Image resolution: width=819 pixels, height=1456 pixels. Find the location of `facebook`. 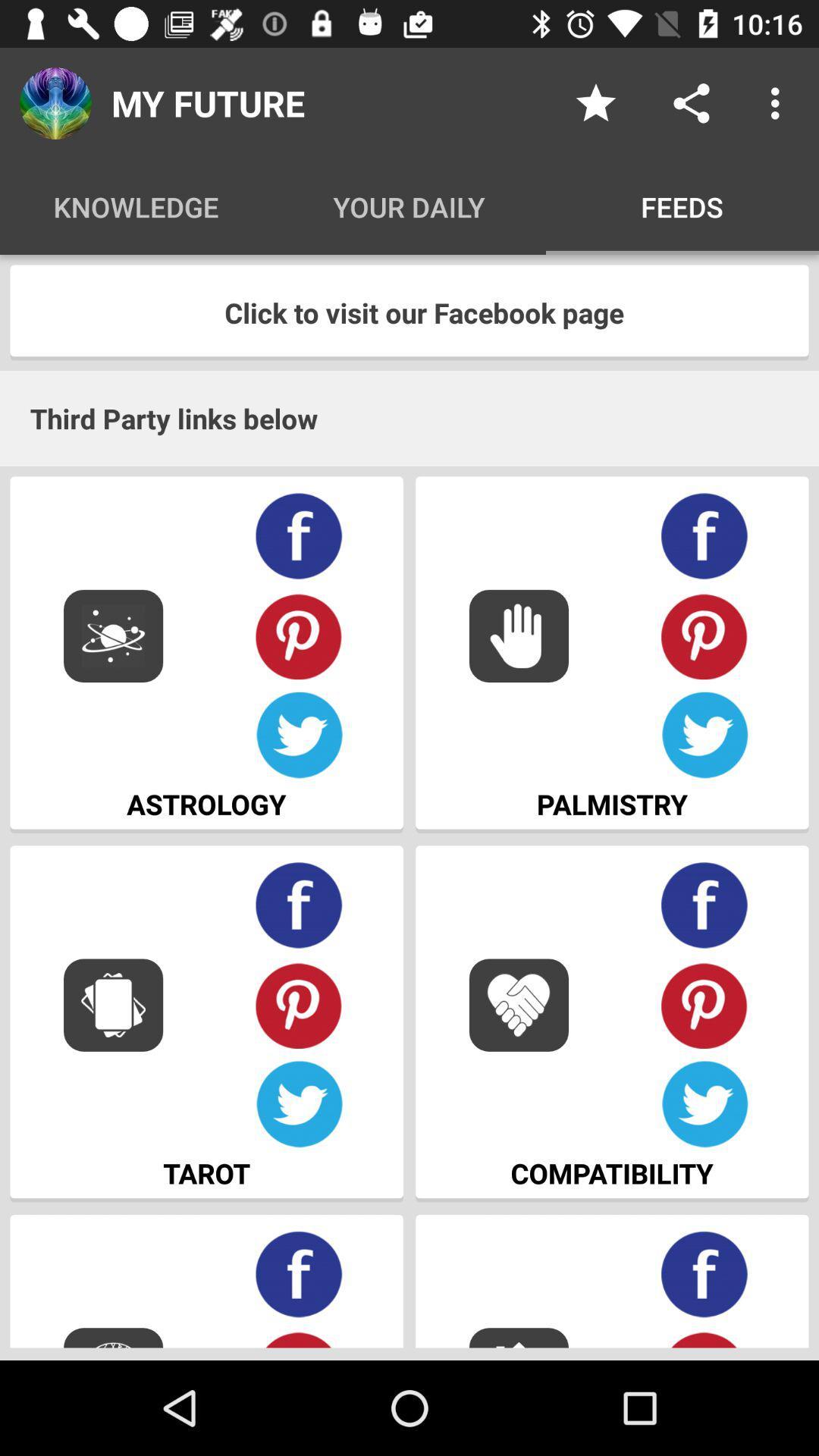

facebook is located at coordinates (704, 1274).